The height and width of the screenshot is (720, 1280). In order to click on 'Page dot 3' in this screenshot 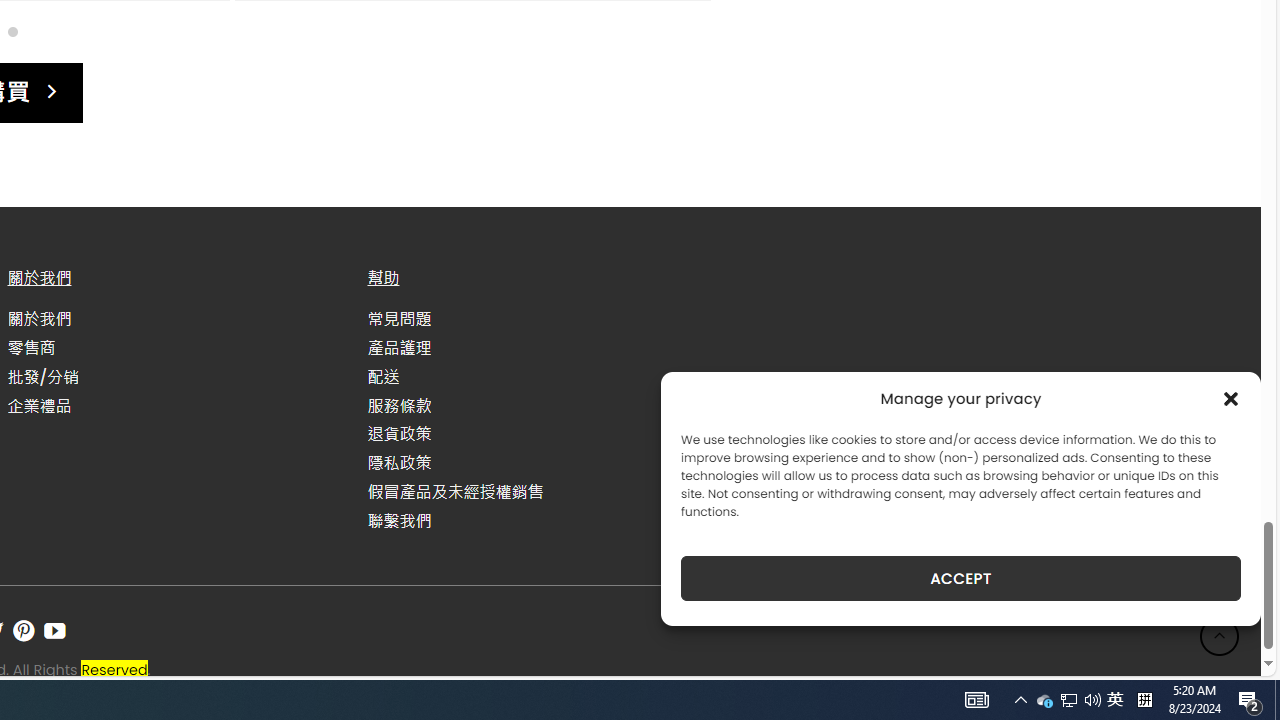, I will do `click(12, 31)`.